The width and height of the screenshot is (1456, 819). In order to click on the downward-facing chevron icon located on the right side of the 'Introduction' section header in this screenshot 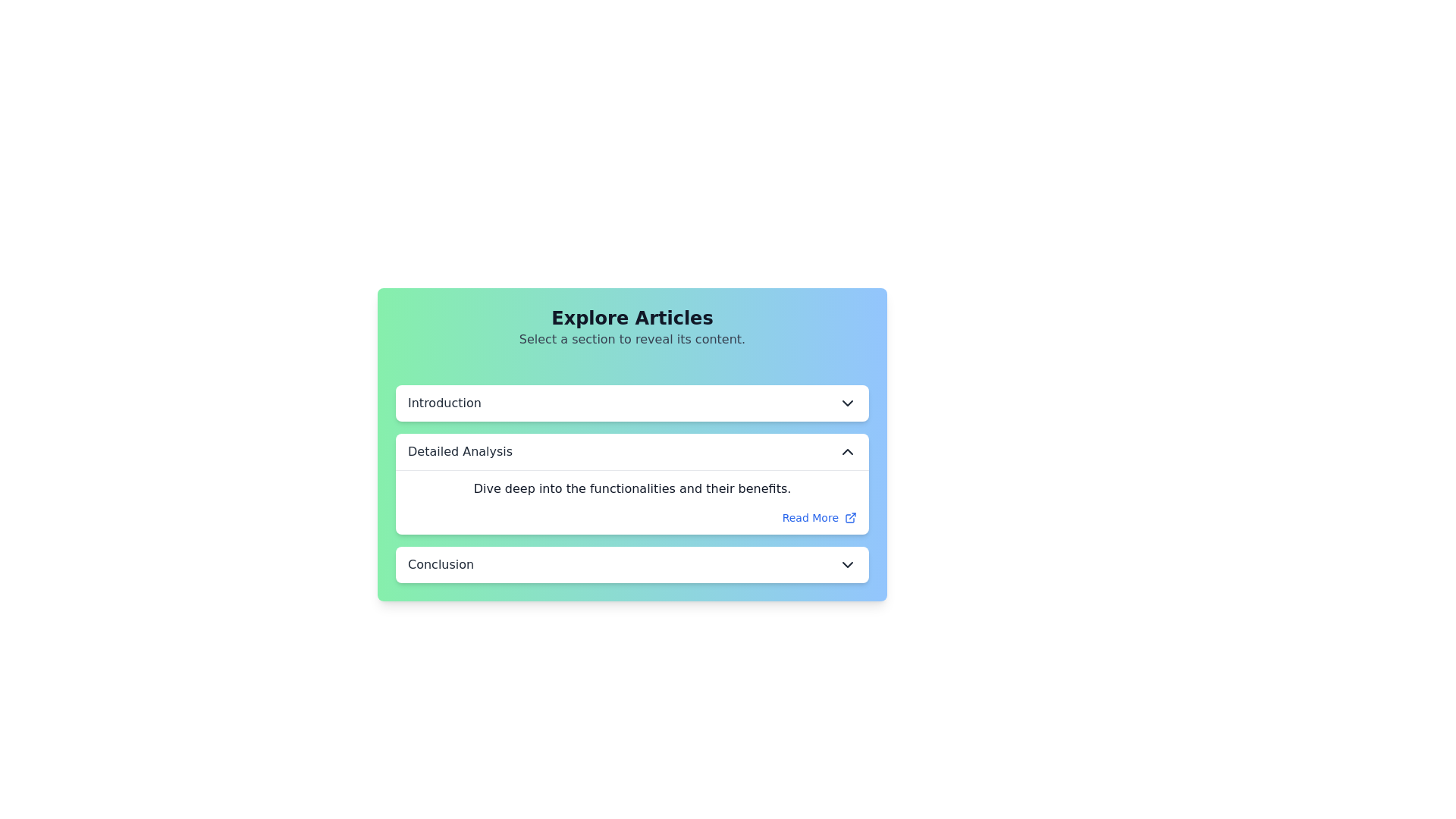, I will do `click(847, 403)`.